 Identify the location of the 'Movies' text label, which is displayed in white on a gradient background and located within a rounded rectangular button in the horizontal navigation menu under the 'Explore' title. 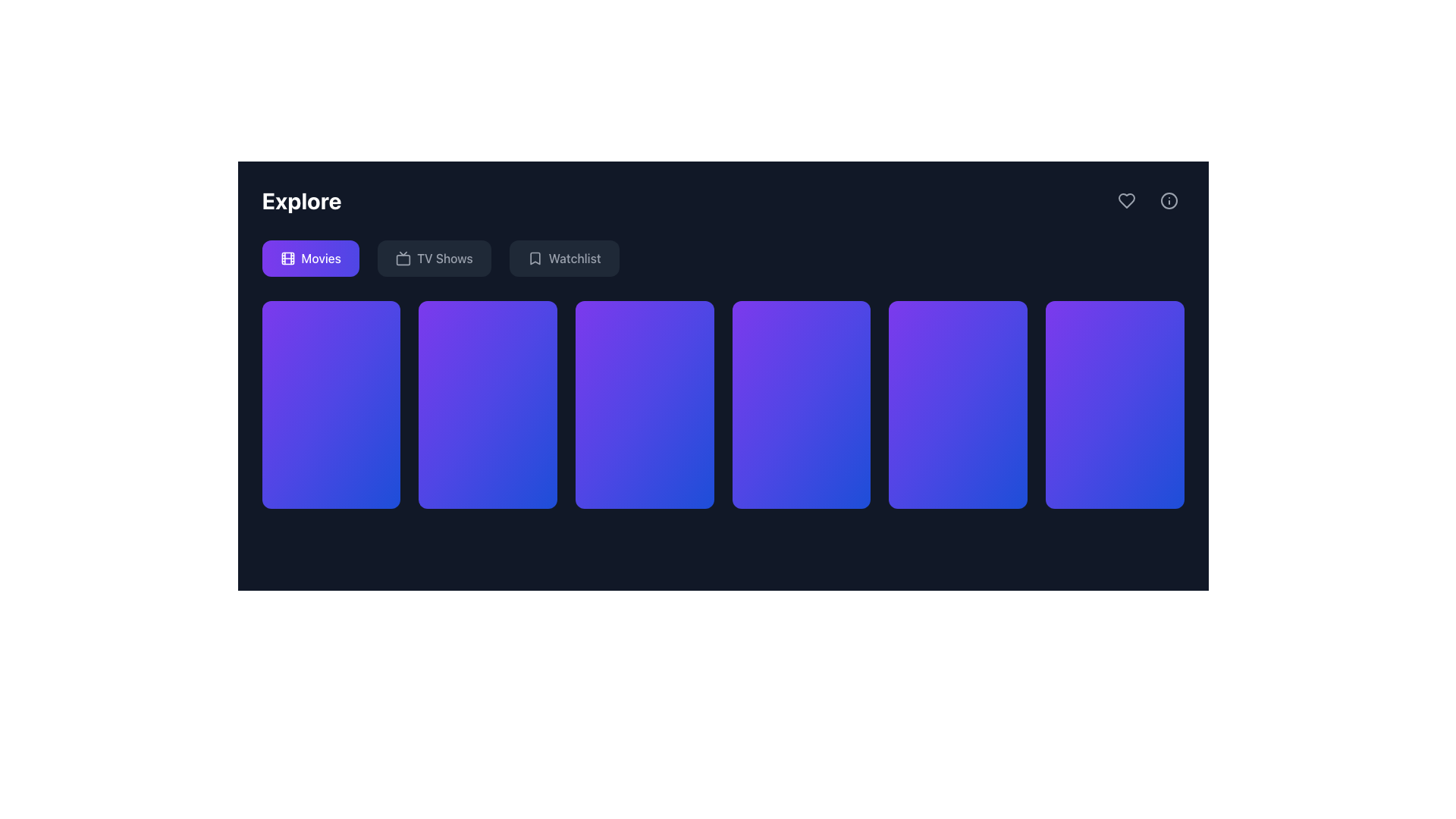
(320, 257).